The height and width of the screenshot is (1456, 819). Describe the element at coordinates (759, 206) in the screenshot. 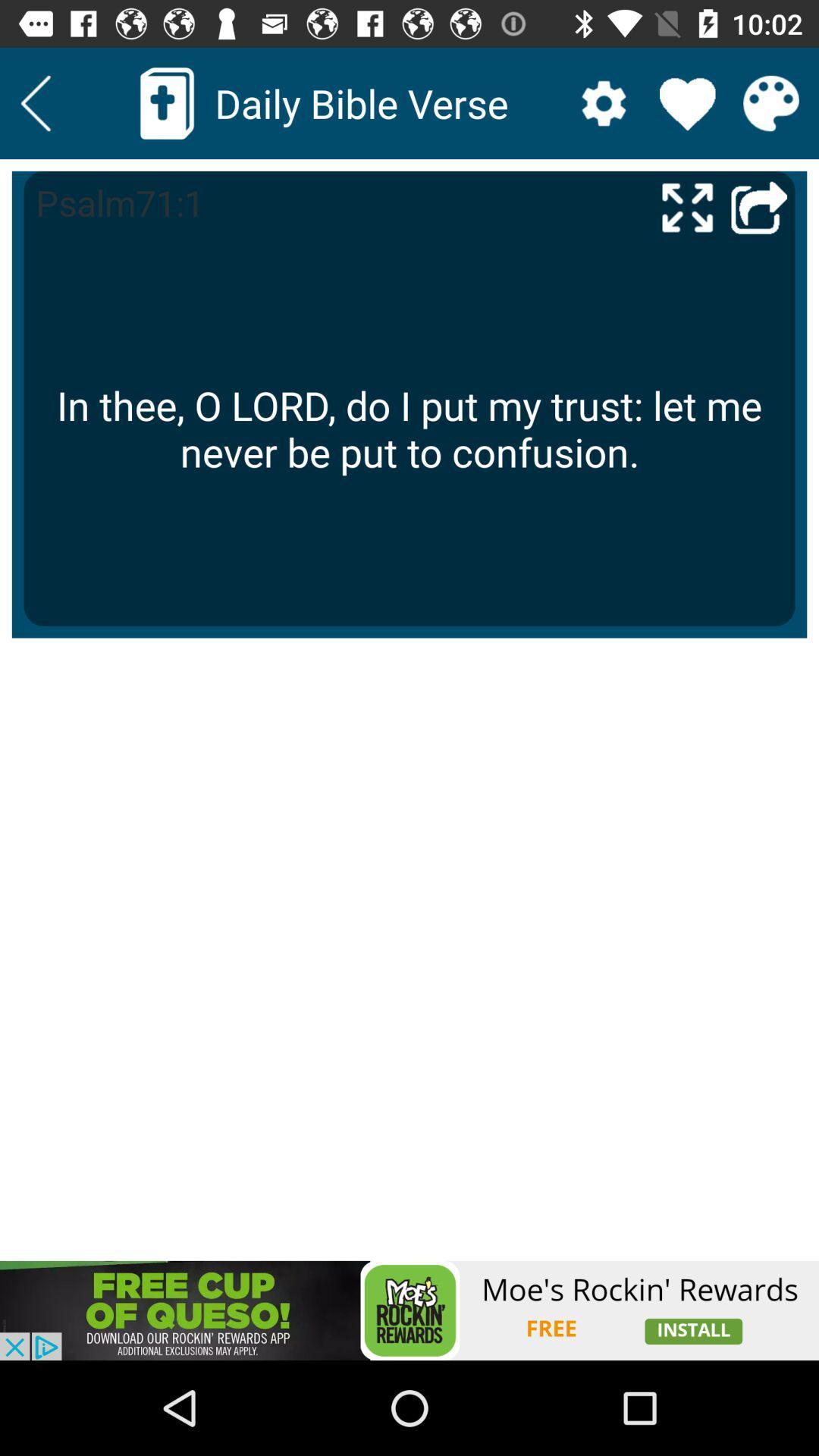

I see `next page` at that location.